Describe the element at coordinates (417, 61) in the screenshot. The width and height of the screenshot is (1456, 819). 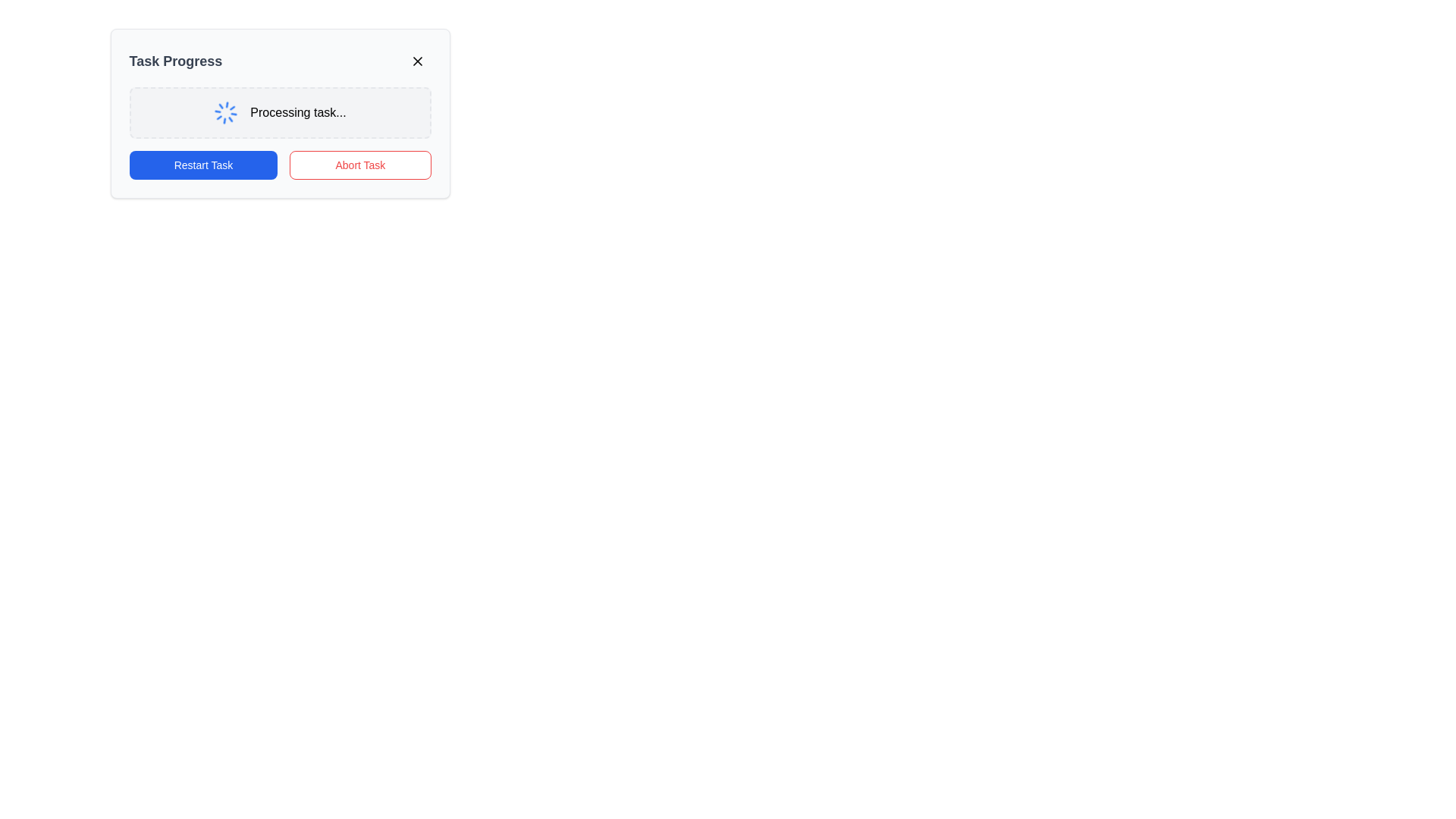
I see `the 'X' icon button located at the top-right corner of the 'Task Progress' panel to trigger hover effects` at that location.